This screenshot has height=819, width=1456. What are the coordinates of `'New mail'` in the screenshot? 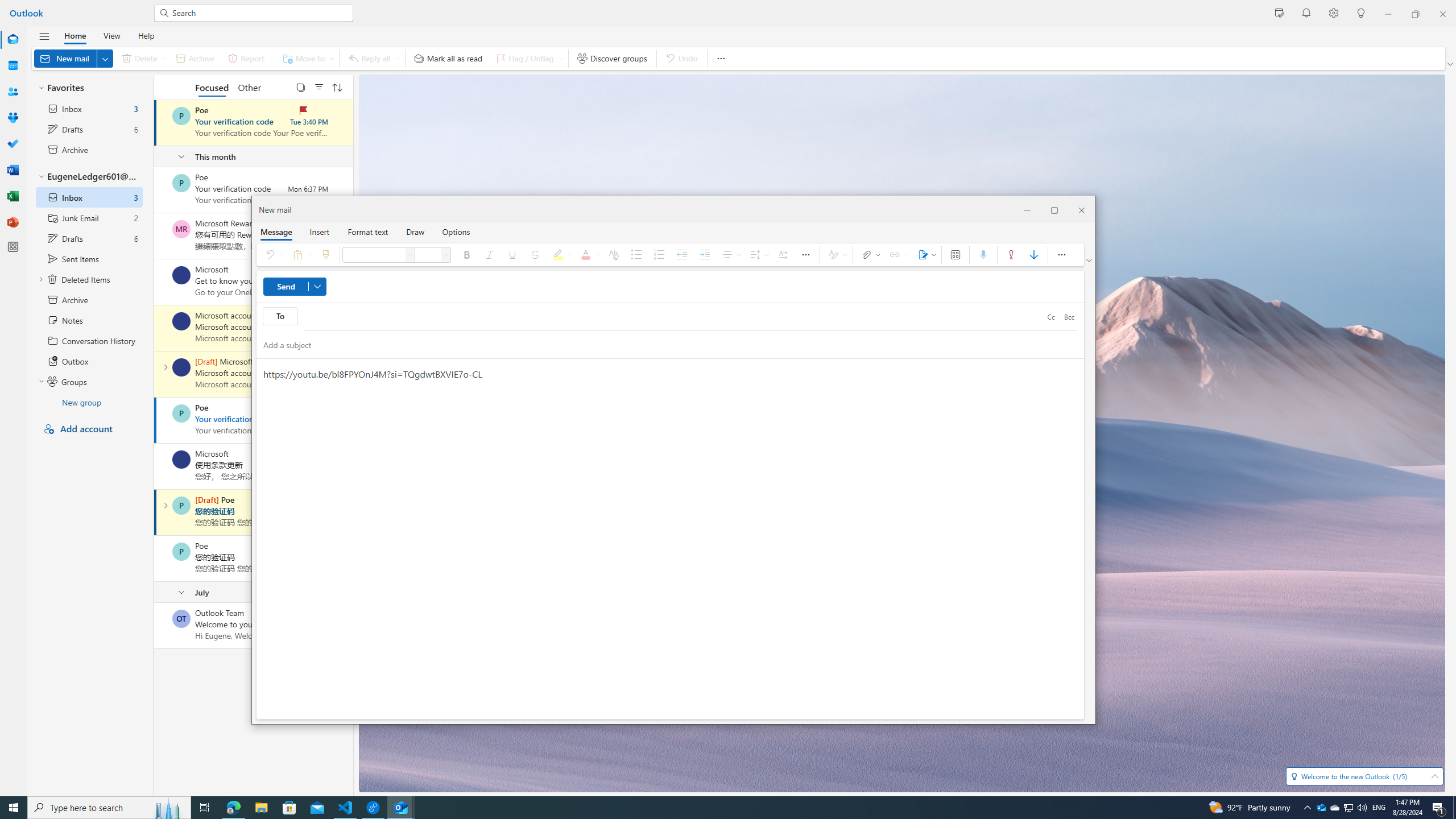 It's located at (73, 58).